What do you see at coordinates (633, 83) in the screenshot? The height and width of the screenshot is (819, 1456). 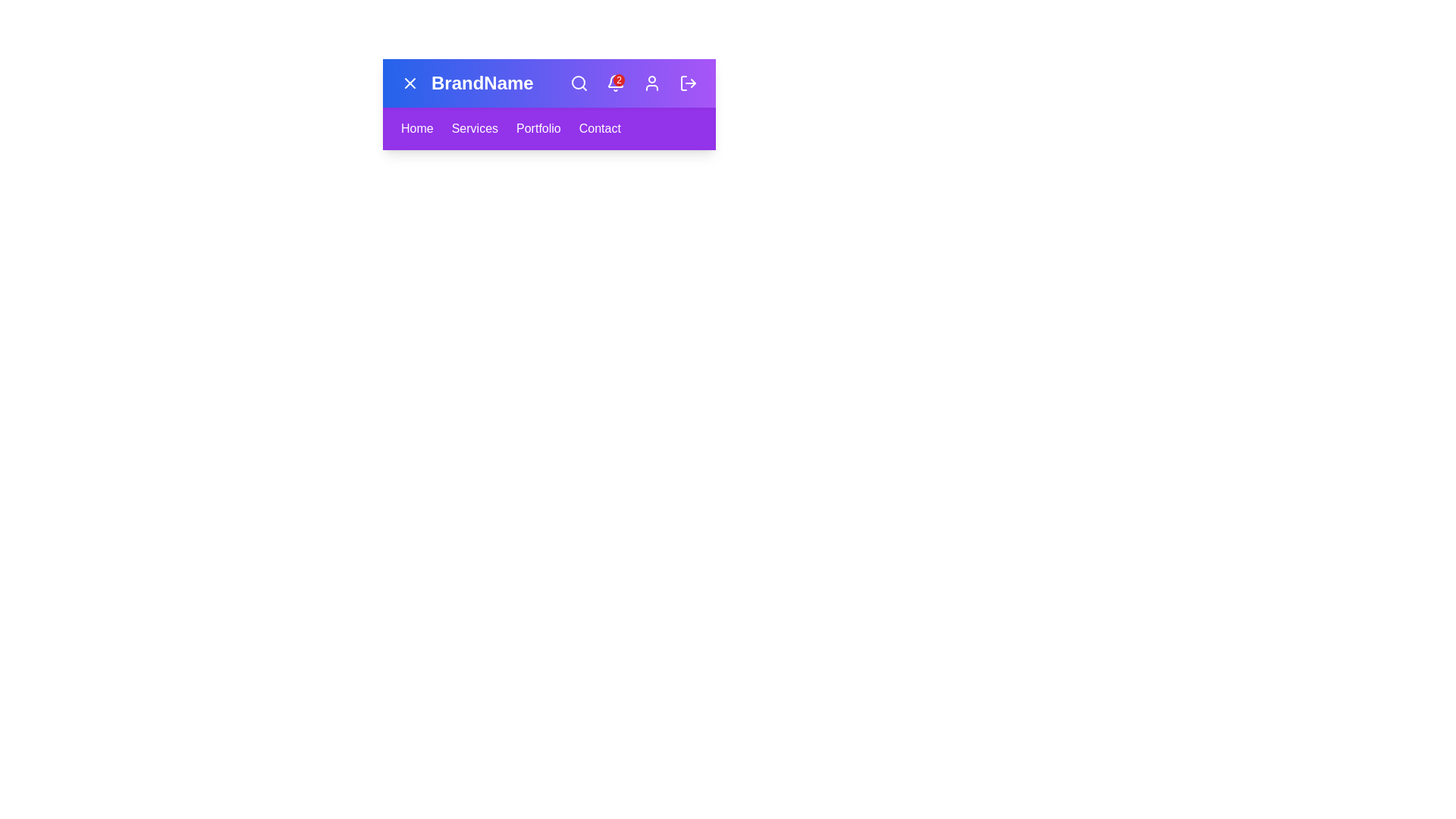 I see `the interactive notification icon displaying a notification count '2' in white text on a red circular background` at bounding box center [633, 83].